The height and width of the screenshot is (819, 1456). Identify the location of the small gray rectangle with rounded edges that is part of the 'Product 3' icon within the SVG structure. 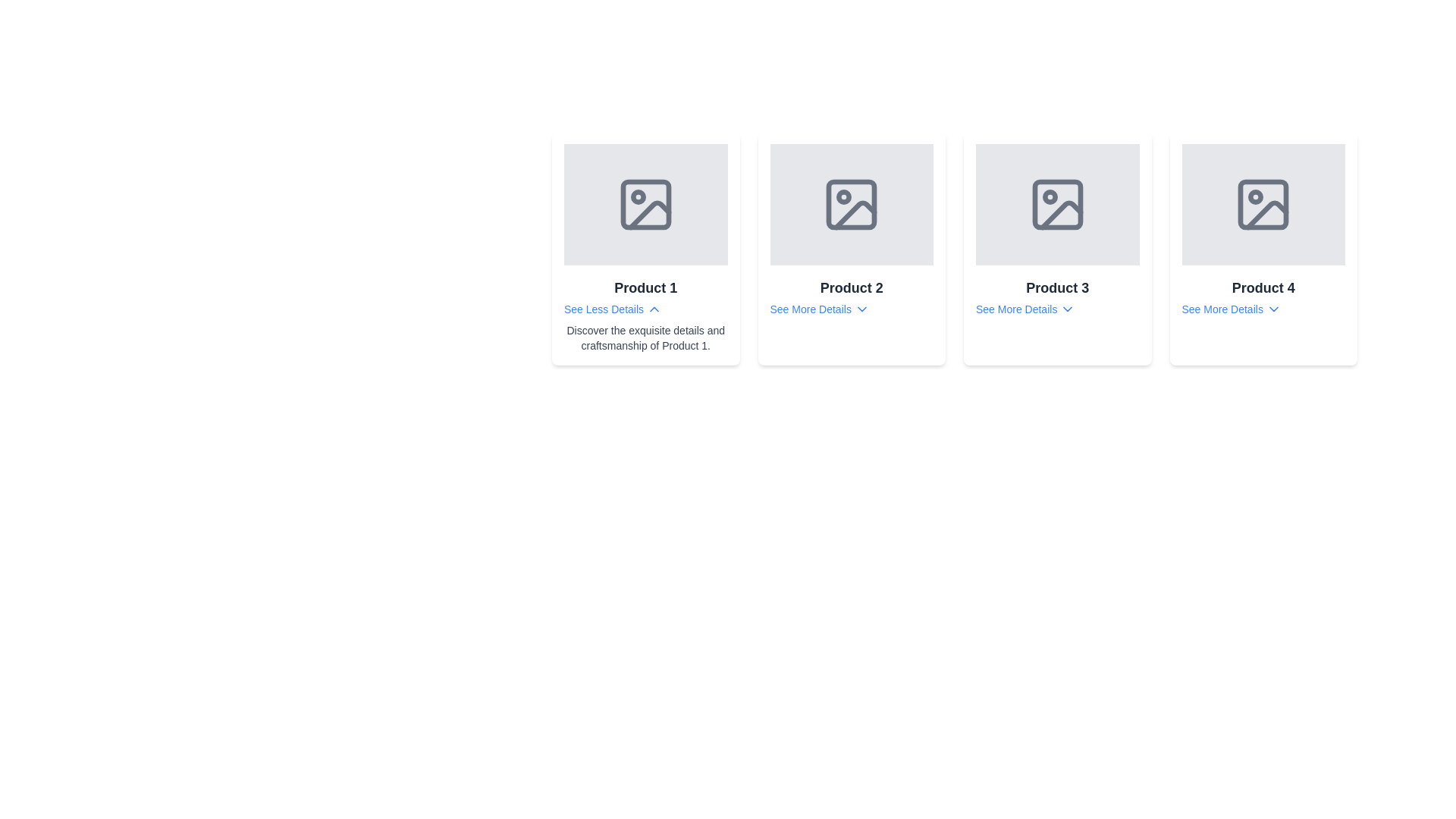
(1056, 205).